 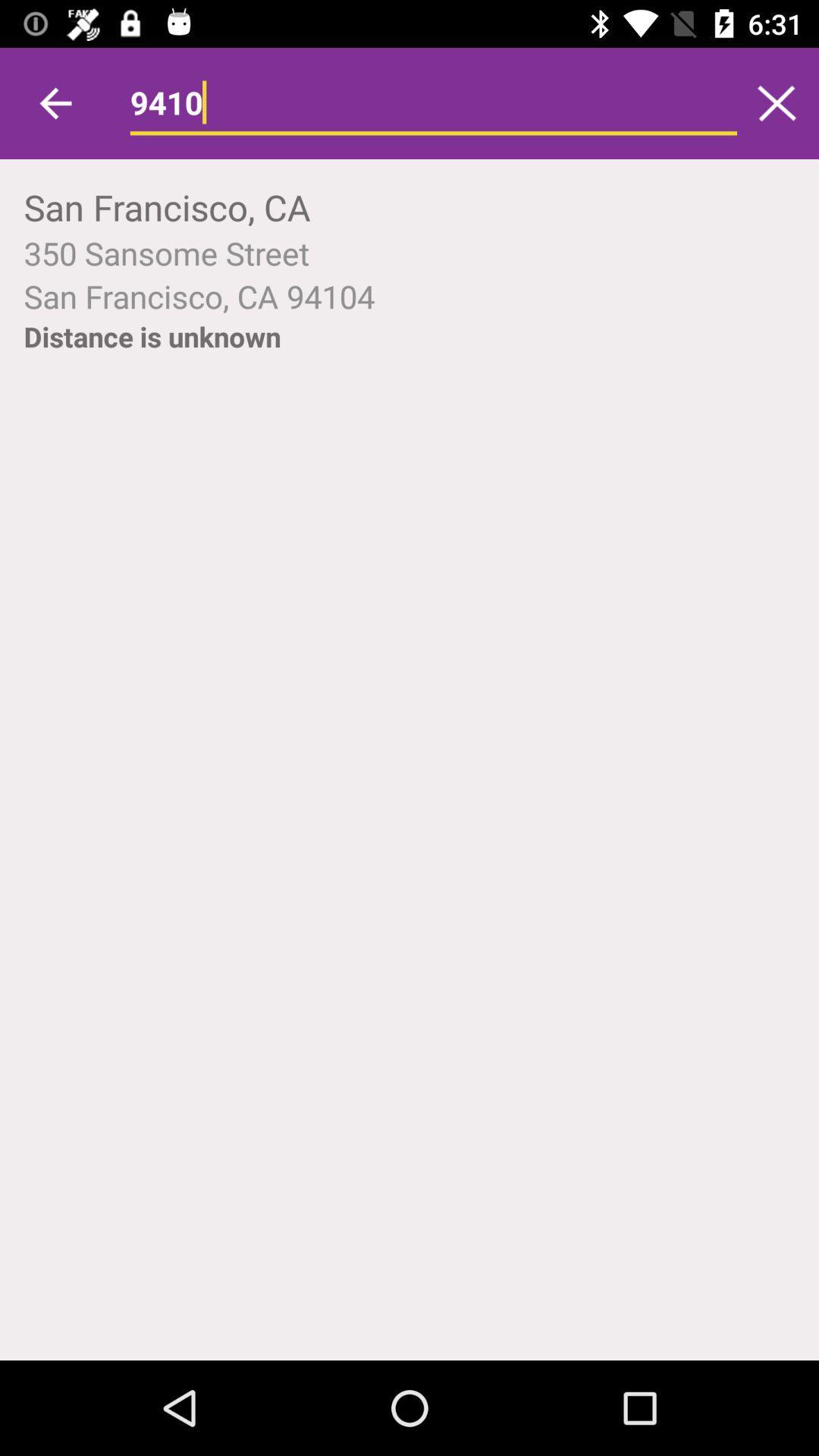 I want to click on clear search box, so click(x=777, y=102).